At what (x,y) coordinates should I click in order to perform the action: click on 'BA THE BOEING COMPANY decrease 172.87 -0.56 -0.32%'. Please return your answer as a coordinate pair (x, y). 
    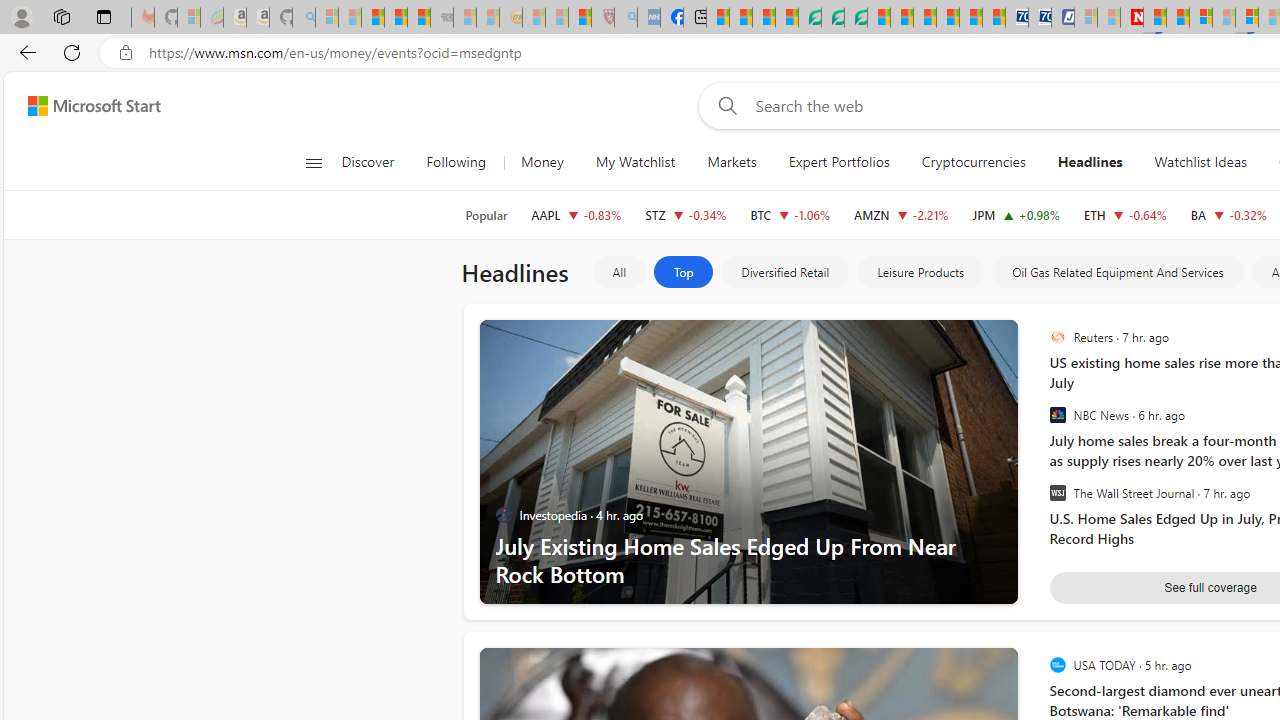
    Looking at the image, I should click on (1227, 214).